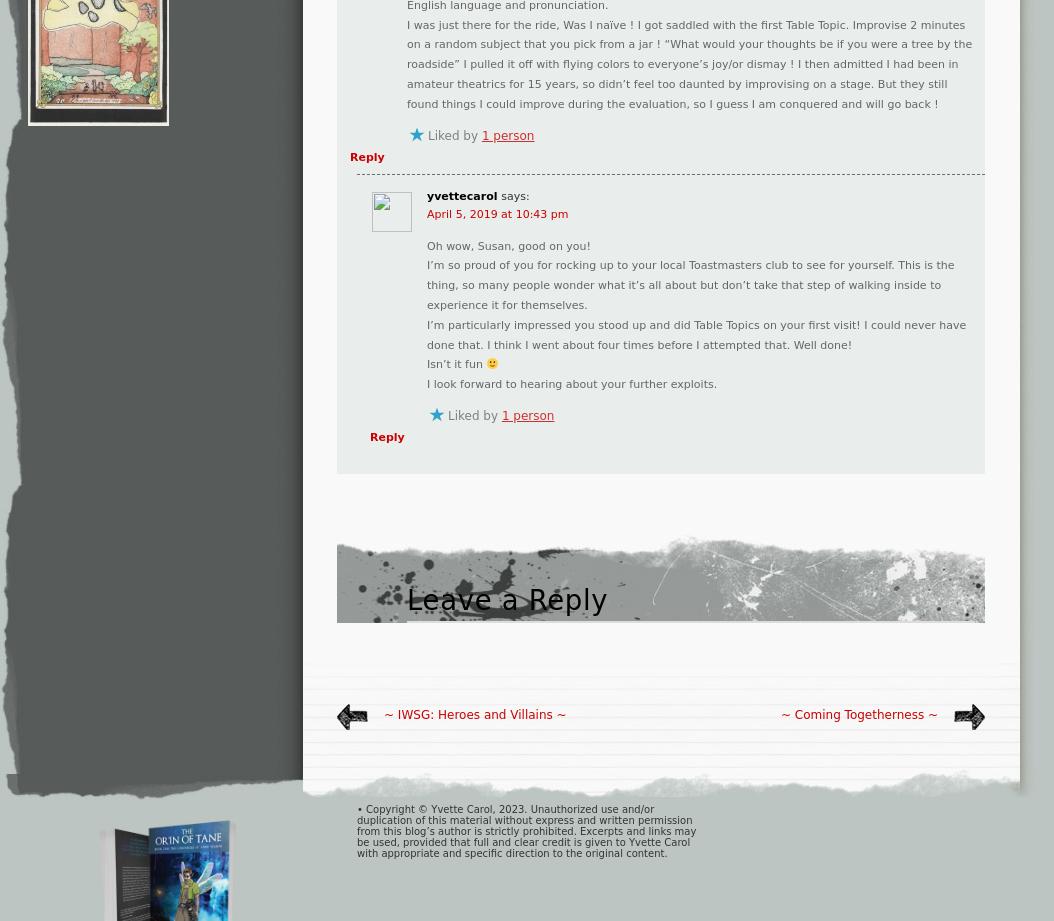 Image resolution: width=1054 pixels, height=921 pixels. What do you see at coordinates (426, 212) in the screenshot?
I see `'April 5, 2019 at 10:43 pm'` at bounding box center [426, 212].